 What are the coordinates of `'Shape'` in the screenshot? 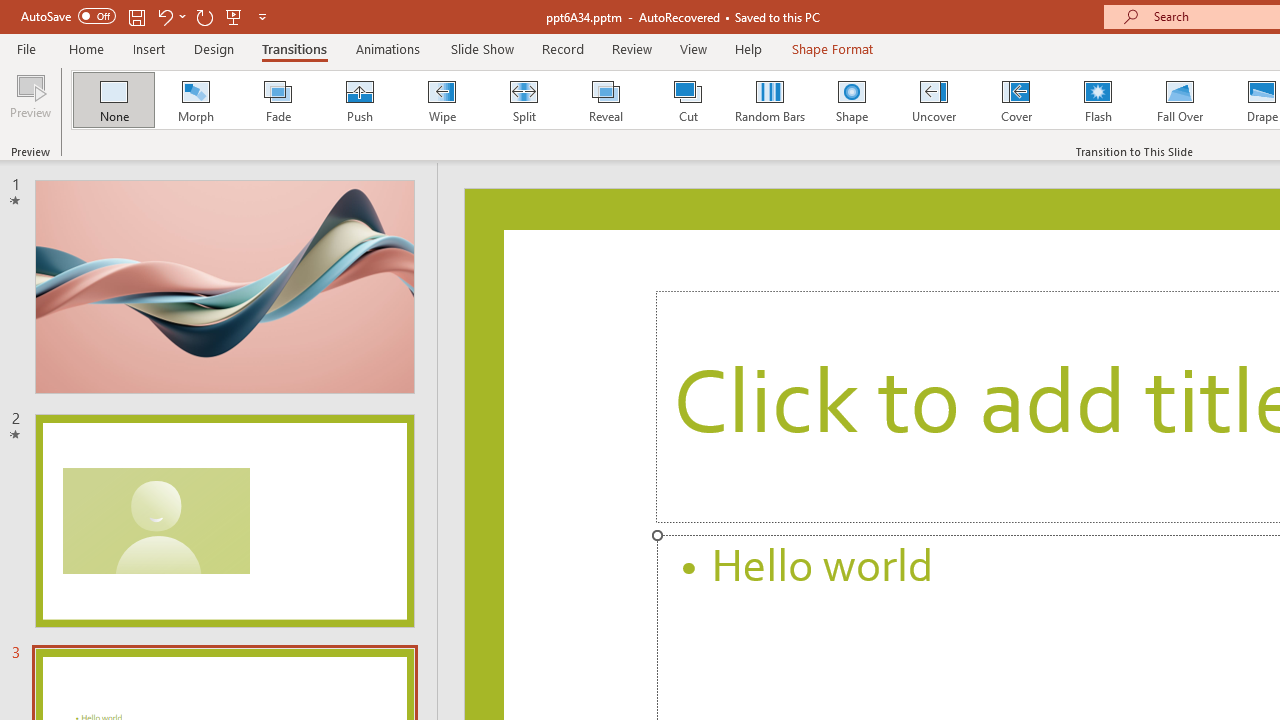 It's located at (852, 100).